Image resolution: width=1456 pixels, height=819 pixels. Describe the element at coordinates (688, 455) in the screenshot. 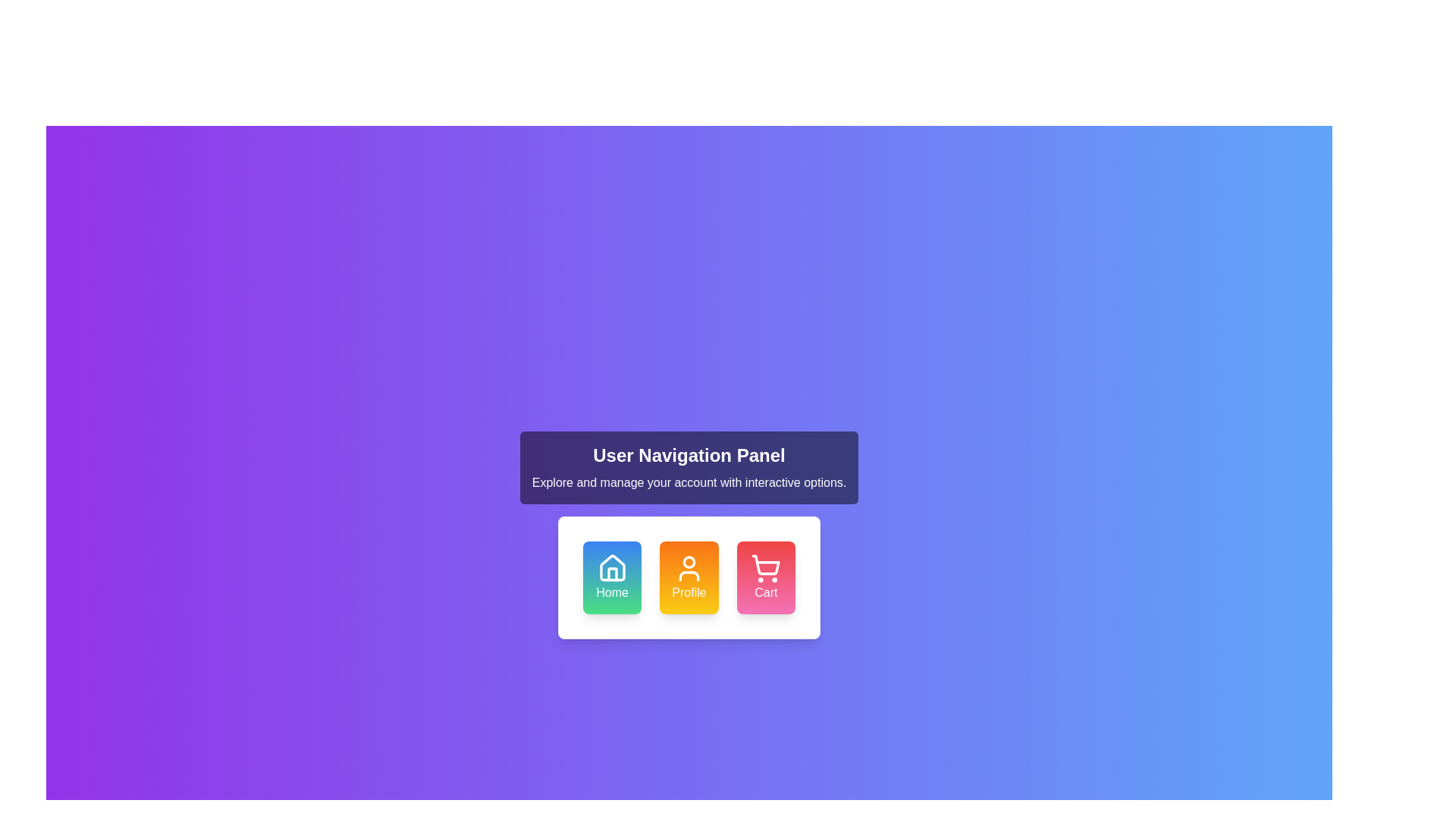

I see `text content of the Text Header located at the top of the dark rectangular panel, which serves as a title for the navigation section` at that location.